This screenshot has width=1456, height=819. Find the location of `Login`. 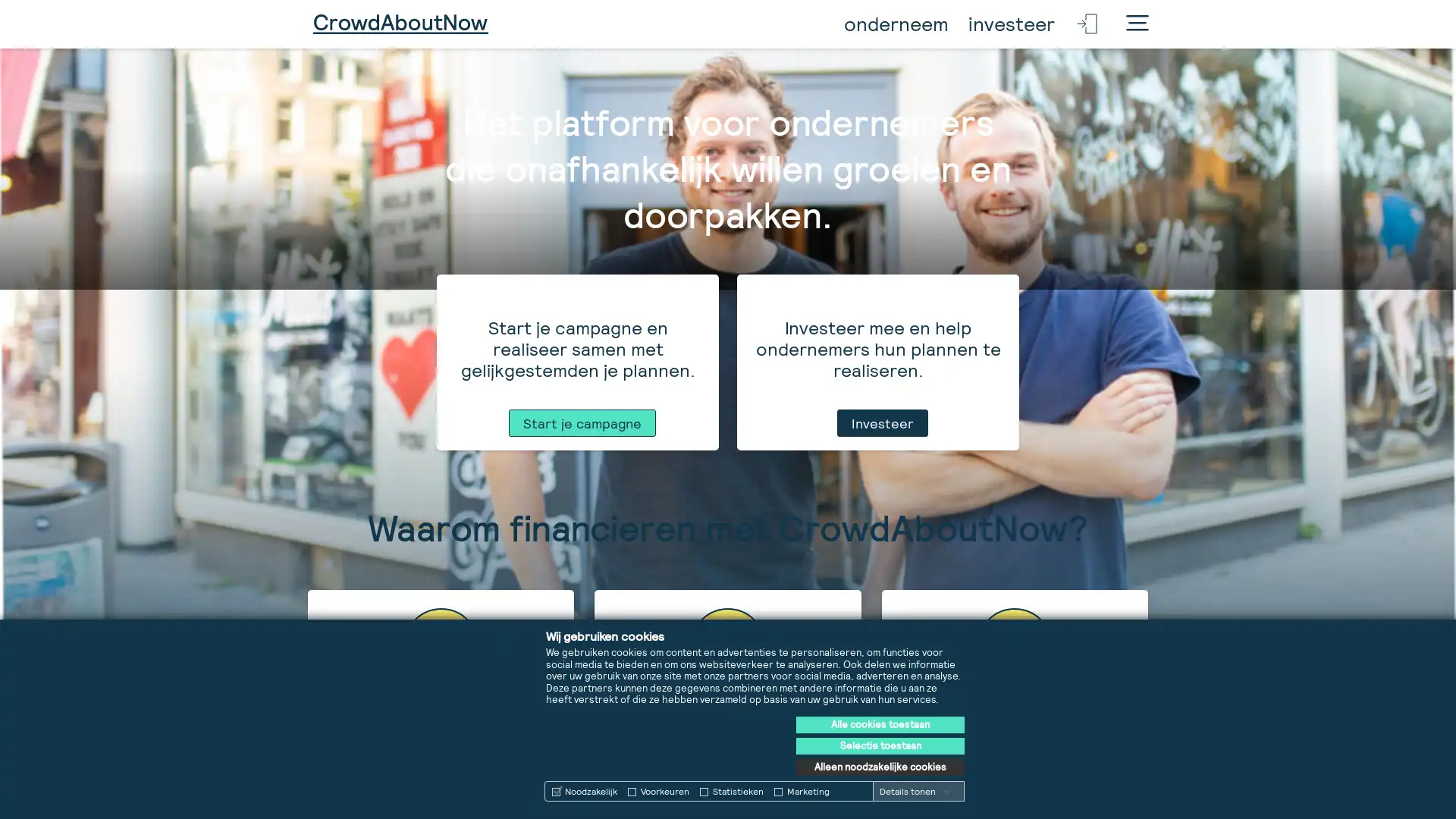

Login is located at coordinates (1087, 24).